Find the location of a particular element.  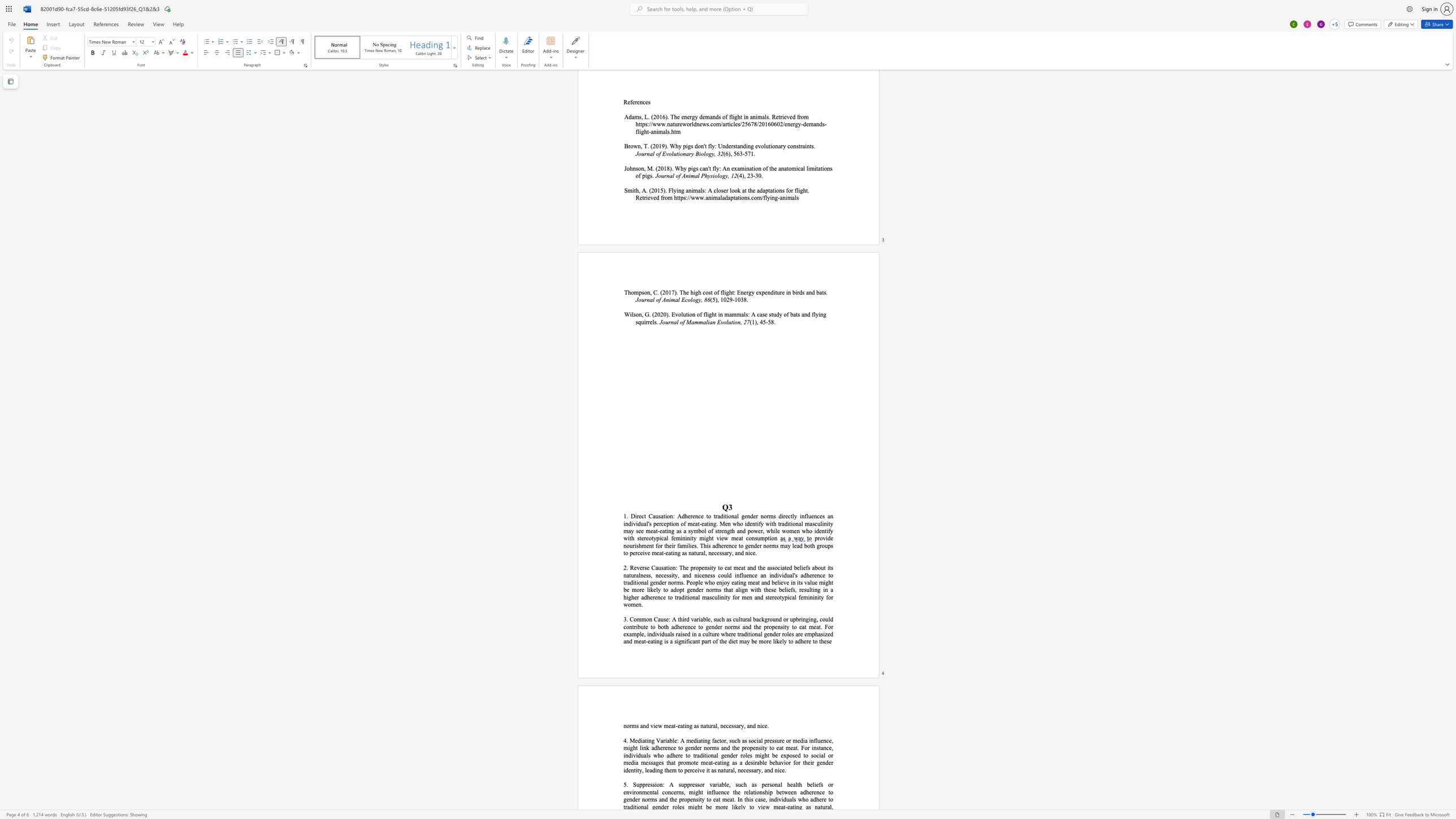

the 9th character "s" in the text is located at coordinates (649, 575).